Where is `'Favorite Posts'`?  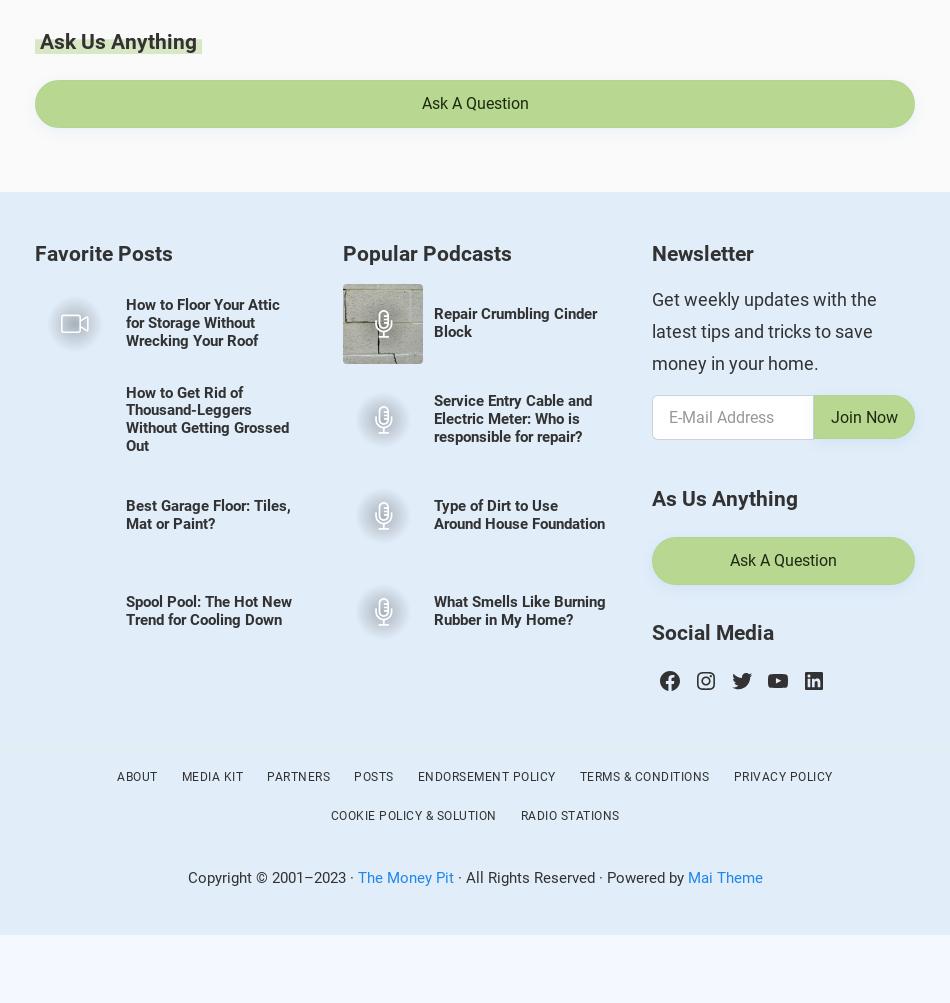 'Favorite Posts' is located at coordinates (104, 253).